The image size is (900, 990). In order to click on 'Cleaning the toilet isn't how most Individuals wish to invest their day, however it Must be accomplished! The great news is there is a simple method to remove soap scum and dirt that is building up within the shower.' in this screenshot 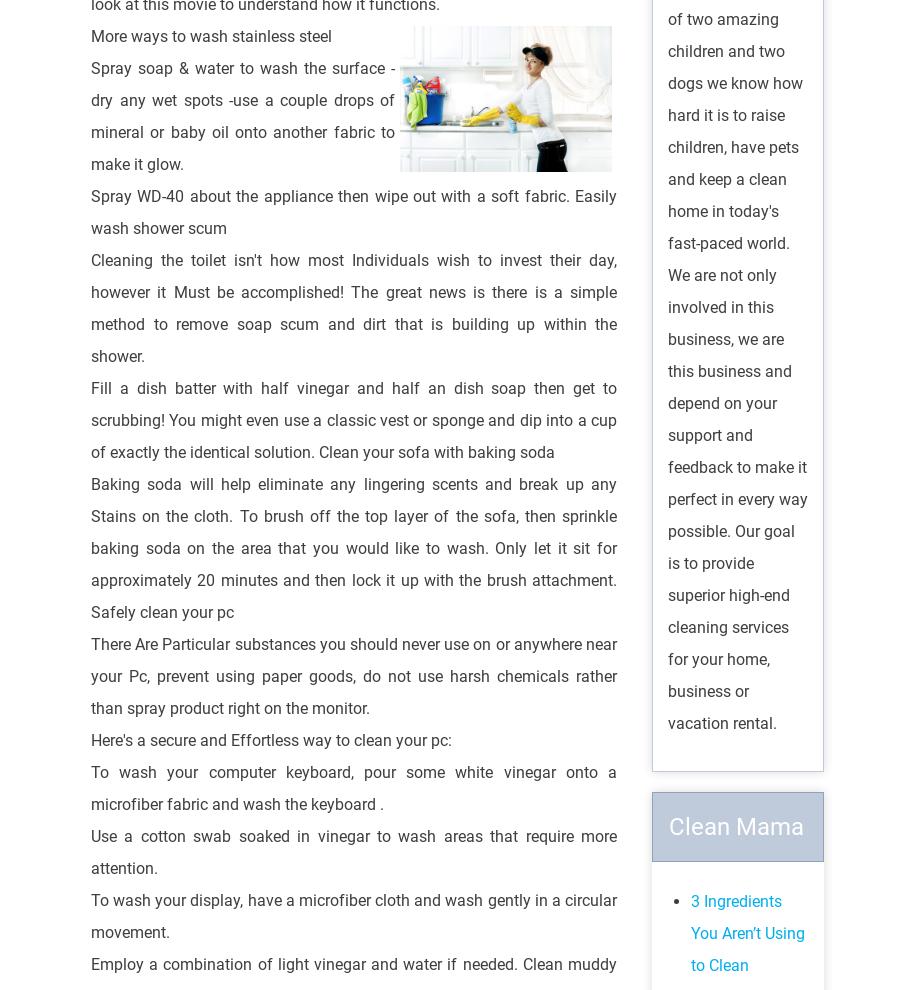, I will do `click(353, 306)`.